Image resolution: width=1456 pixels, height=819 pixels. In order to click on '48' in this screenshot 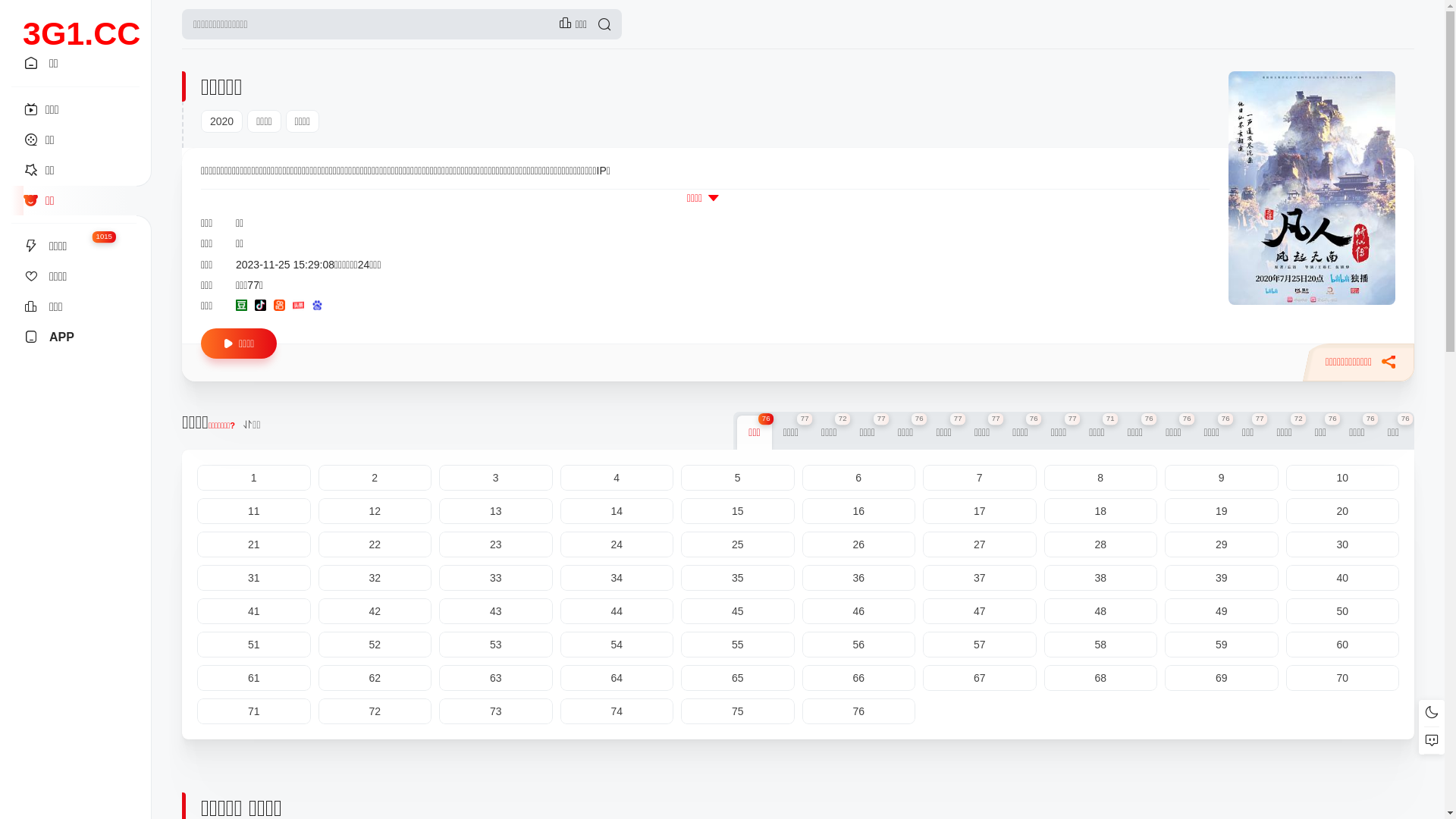, I will do `click(1100, 610)`.